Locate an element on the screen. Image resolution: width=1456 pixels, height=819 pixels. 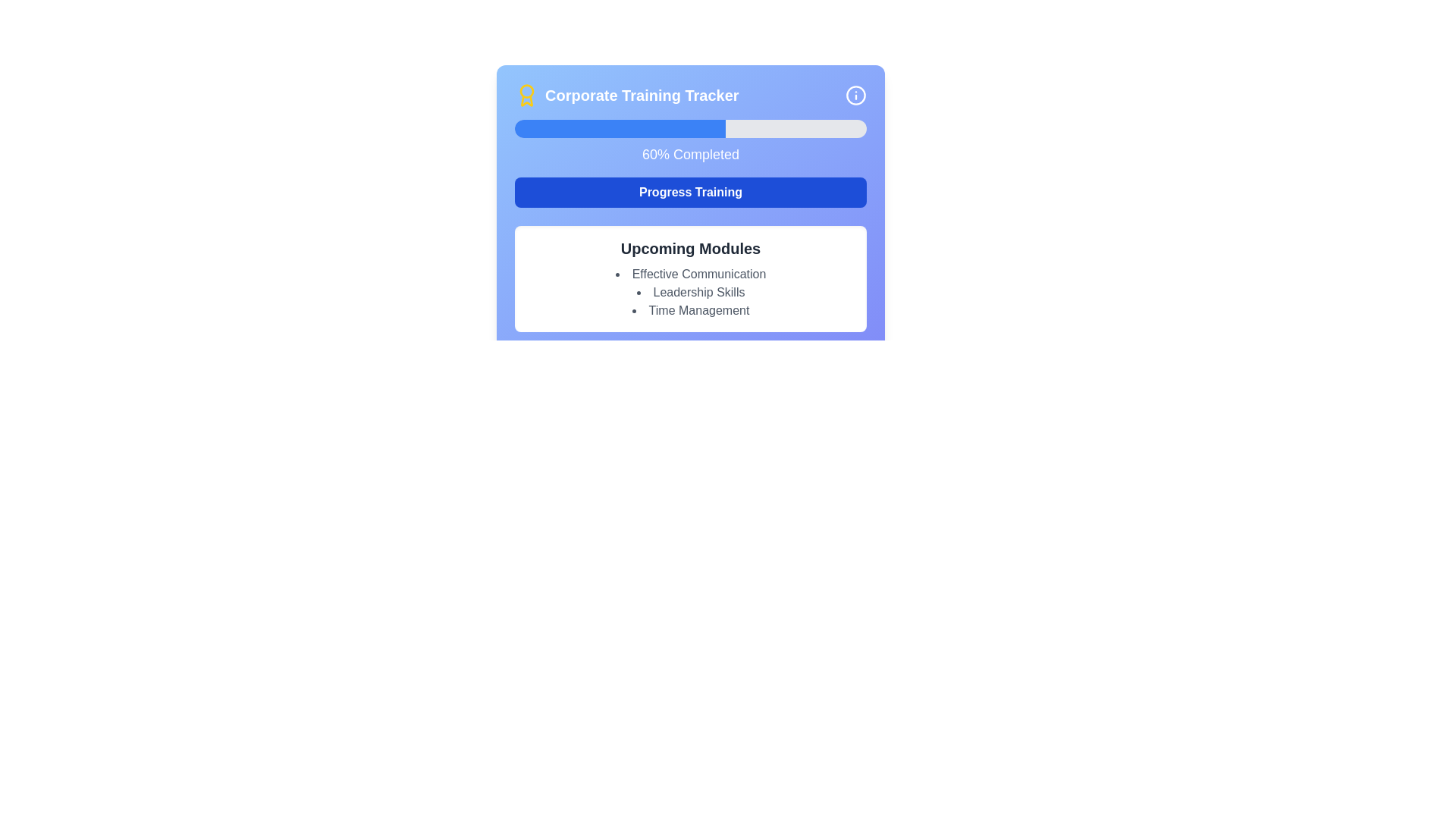
text from the bulleted list component containing 'Effective Communication,' 'Leadership Skills,' and 'Time Management' within the 'Upcoming Modules' section is located at coordinates (690, 292).